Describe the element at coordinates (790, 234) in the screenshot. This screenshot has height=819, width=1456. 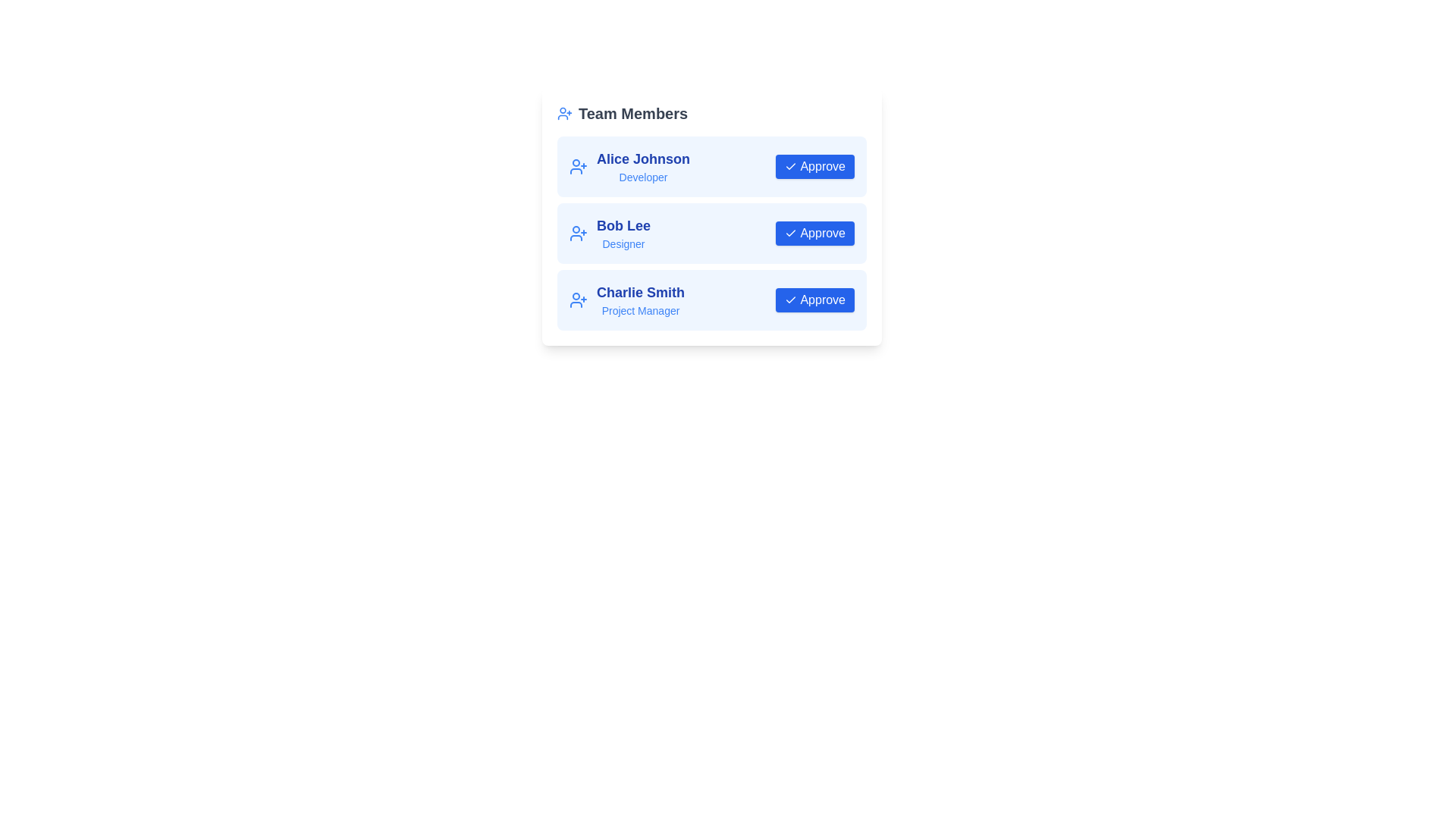
I see `the checkmark icon within the 'Approve' button associated with Bob Lee's profile in the team members list` at that location.